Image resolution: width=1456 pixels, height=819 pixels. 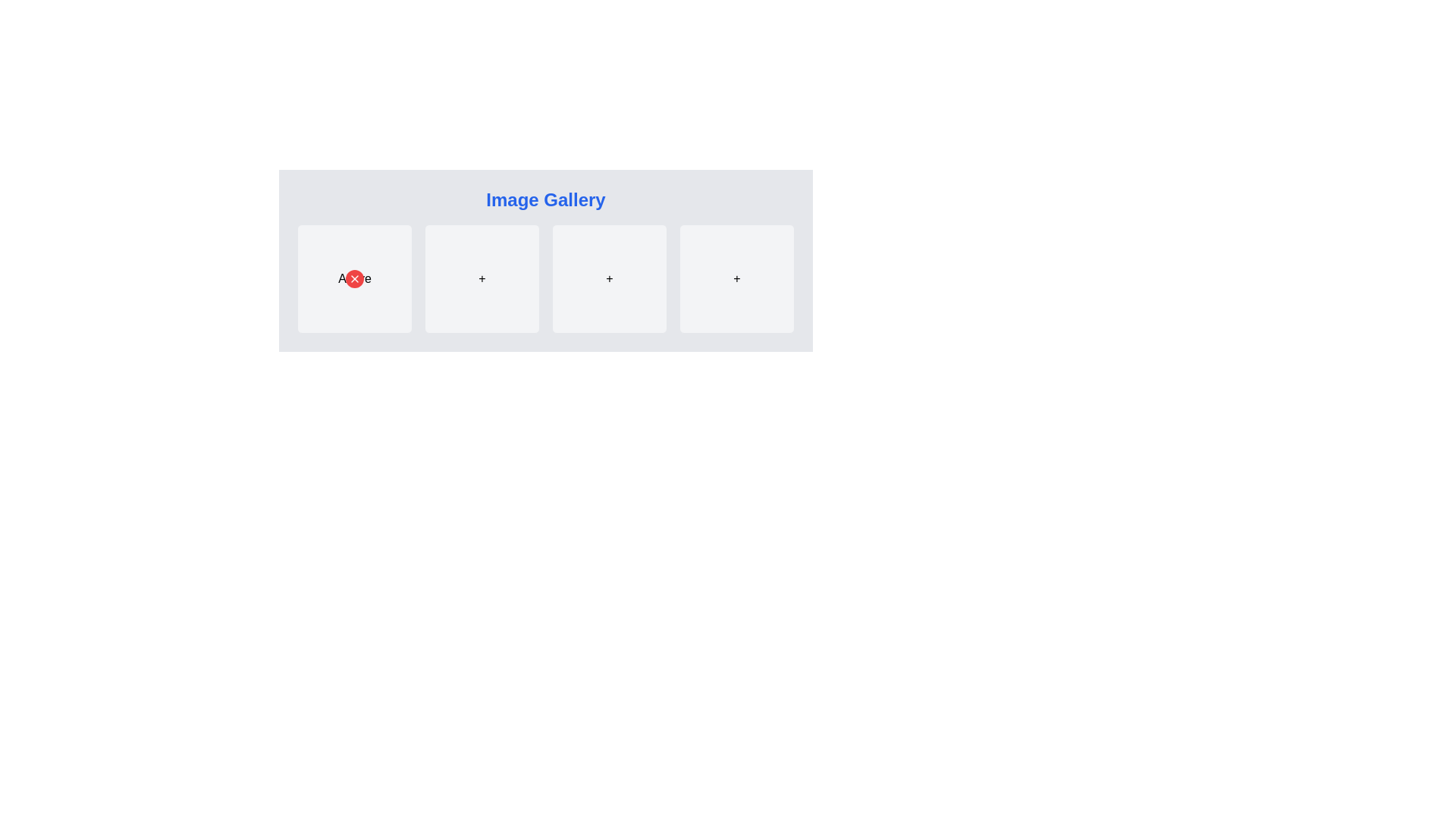 I want to click on the close/delete button located on a red circular background at the bottom-left corner of the first item in the 'Image Gallery', so click(x=353, y=278).